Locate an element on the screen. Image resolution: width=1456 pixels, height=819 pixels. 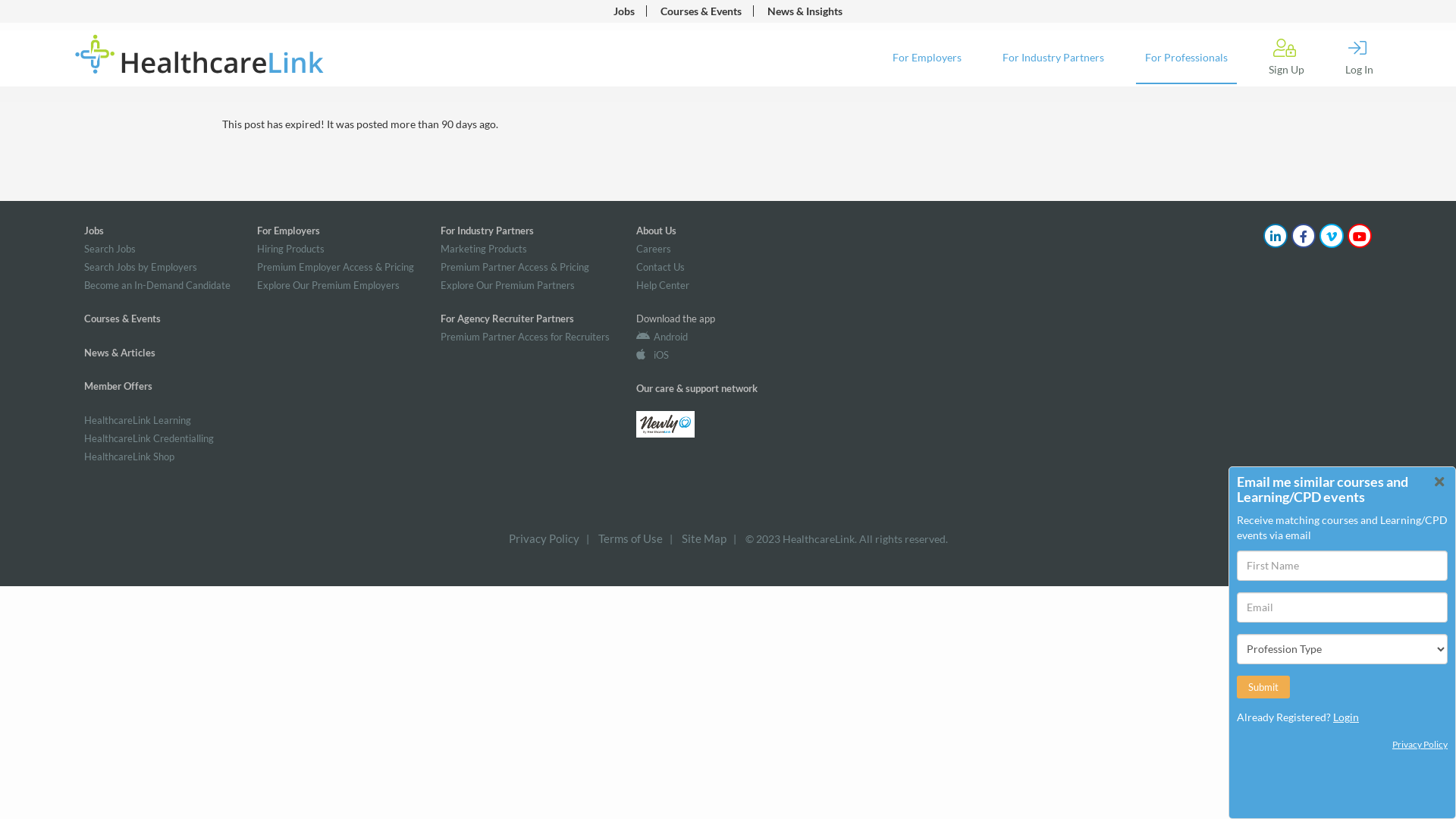
'Search Jobs by Employers' is located at coordinates (140, 265).